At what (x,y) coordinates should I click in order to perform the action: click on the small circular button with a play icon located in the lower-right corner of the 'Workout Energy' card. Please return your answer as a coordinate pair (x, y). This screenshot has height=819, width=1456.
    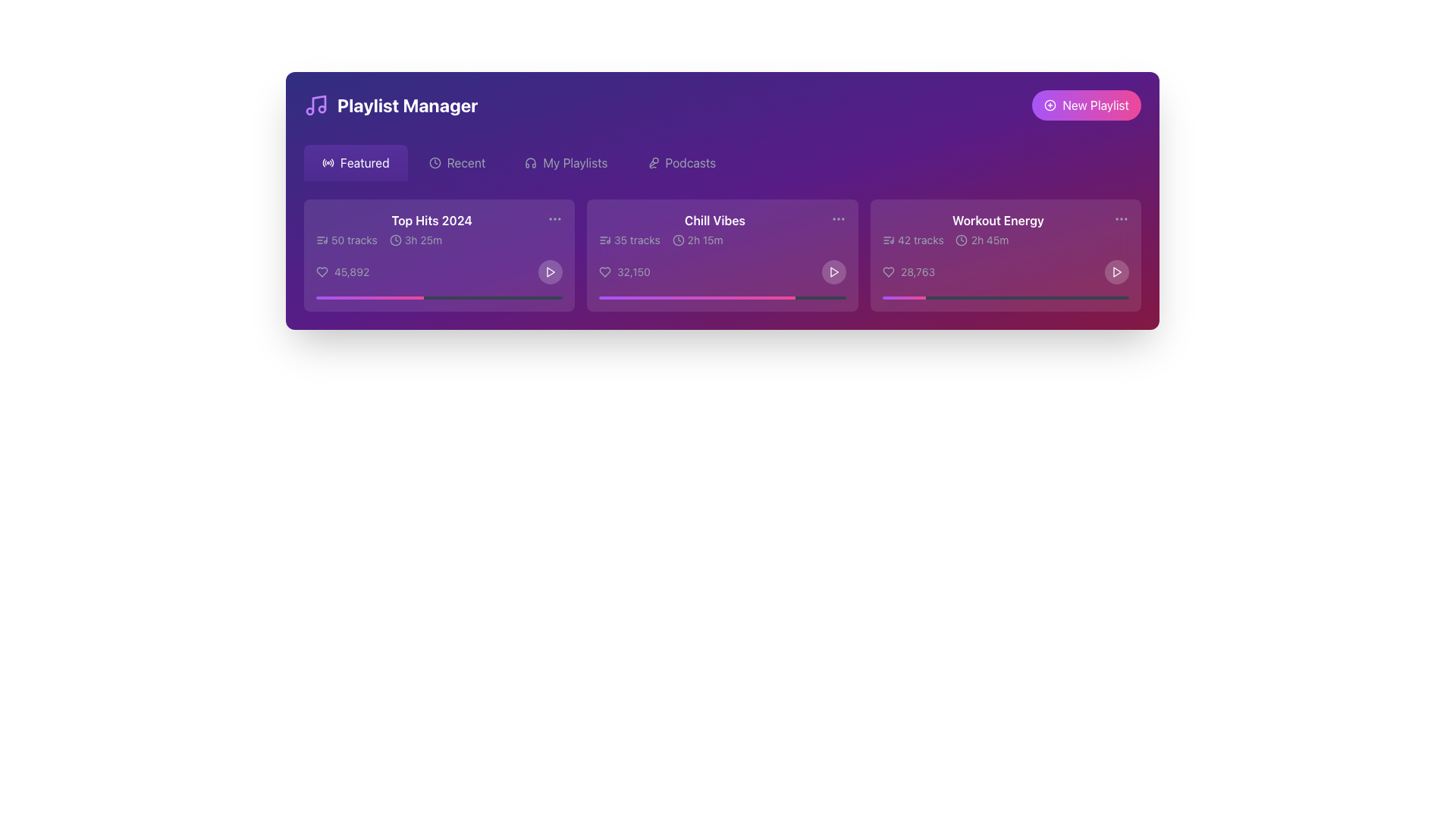
    Looking at the image, I should click on (1117, 271).